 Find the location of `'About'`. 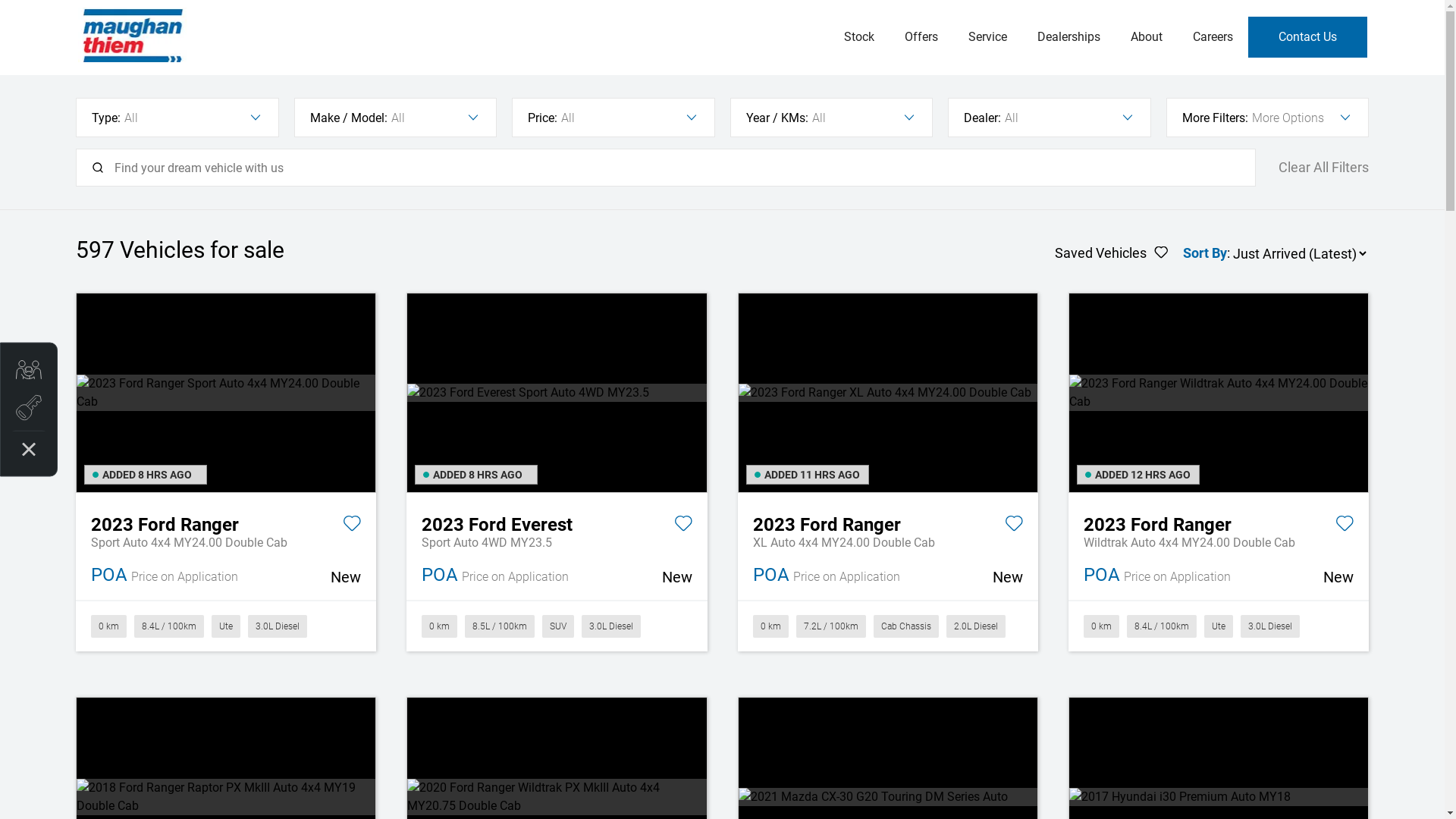

'About' is located at coordinates (1146, 36).